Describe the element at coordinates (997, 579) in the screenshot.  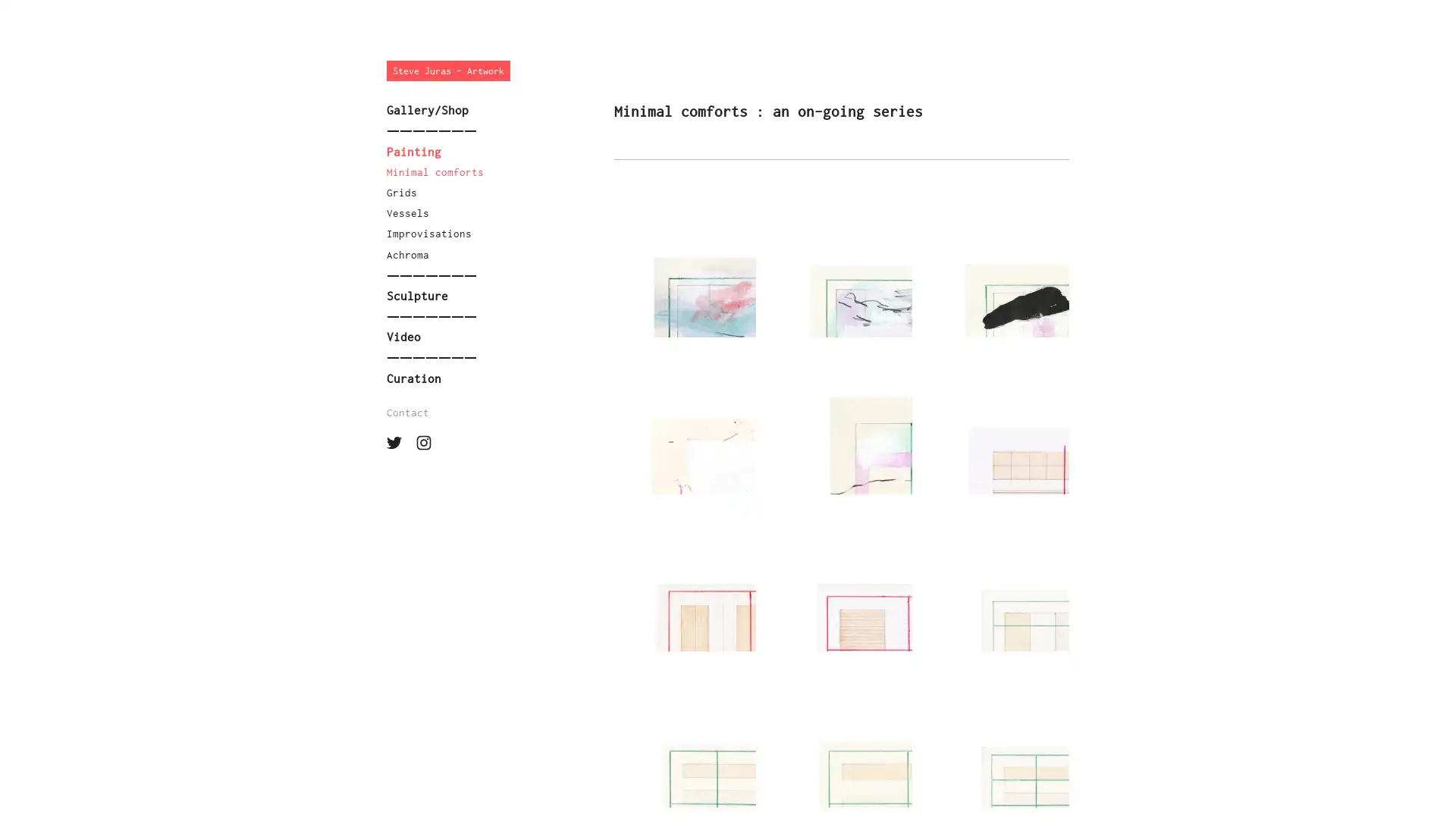
I see `View fullsize Detroit Rock City` at that location.